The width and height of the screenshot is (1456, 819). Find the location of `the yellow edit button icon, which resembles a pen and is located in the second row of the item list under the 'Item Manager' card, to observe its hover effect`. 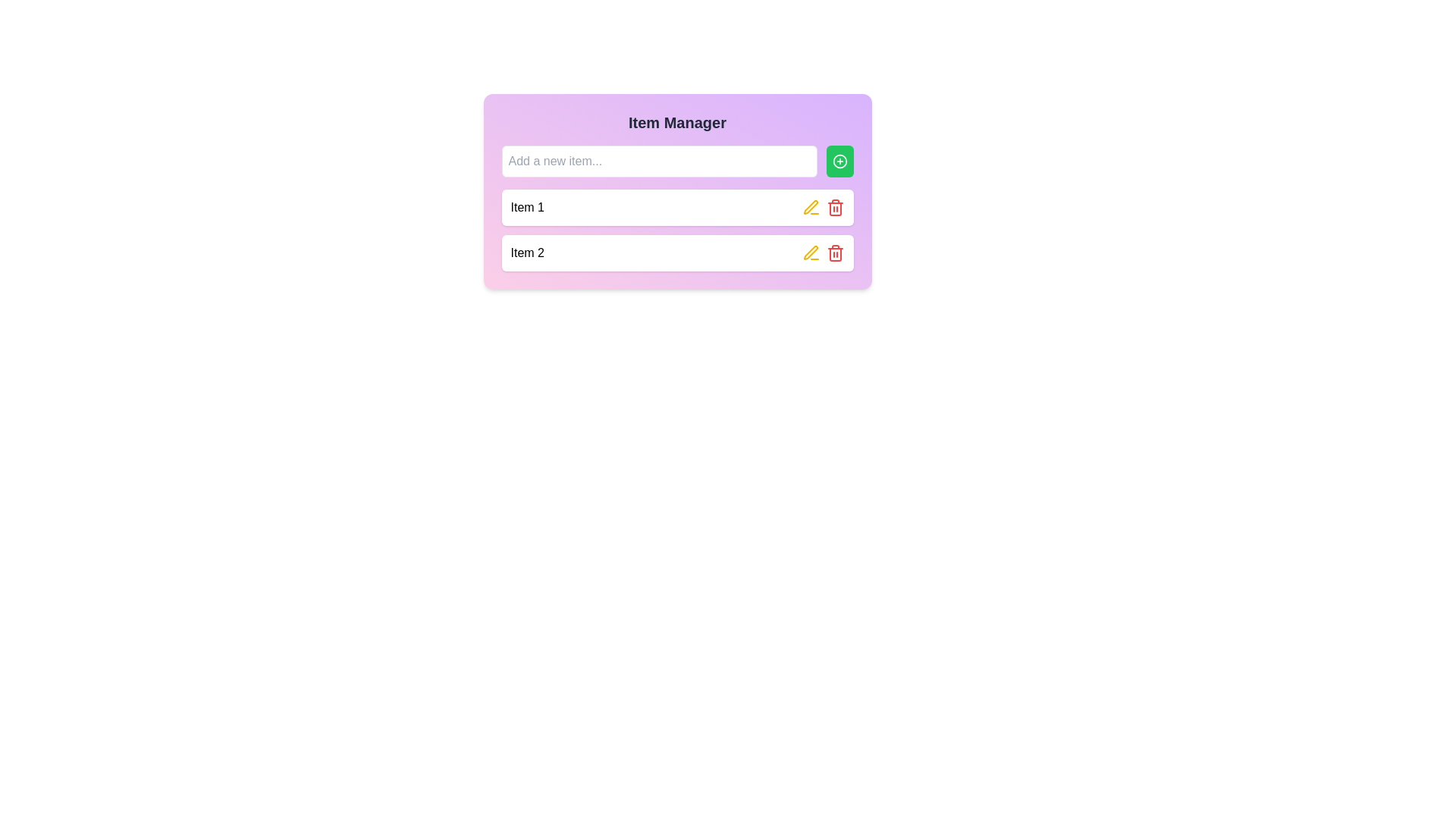

the yellow edit button icon, which resembles a pen and is located in the second row of the item list under the 'Item Manager' card, to observe its hover effect is located at coordinates (810, 253).